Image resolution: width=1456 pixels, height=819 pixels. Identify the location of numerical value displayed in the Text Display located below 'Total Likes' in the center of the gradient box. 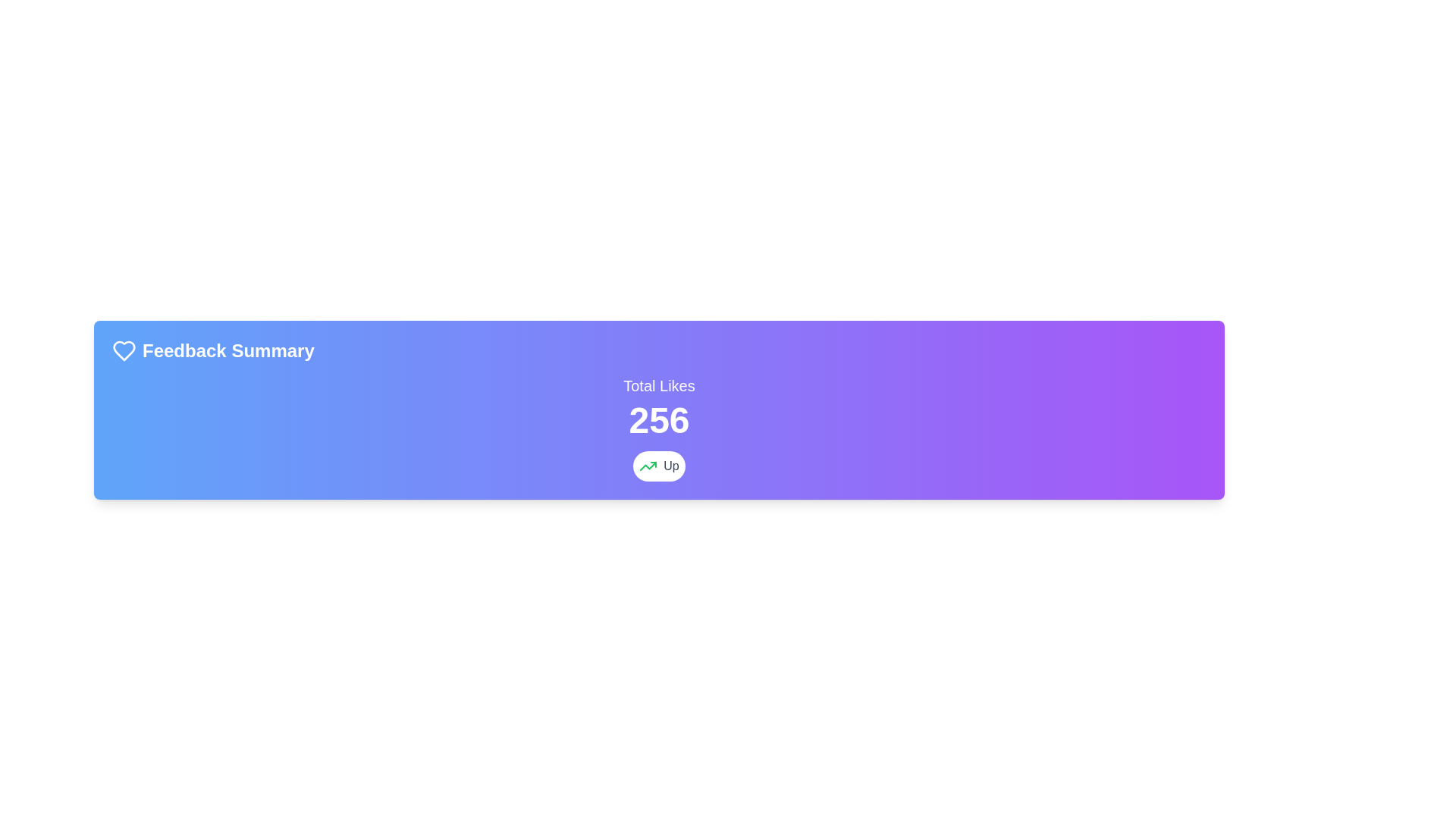
(659, 421).